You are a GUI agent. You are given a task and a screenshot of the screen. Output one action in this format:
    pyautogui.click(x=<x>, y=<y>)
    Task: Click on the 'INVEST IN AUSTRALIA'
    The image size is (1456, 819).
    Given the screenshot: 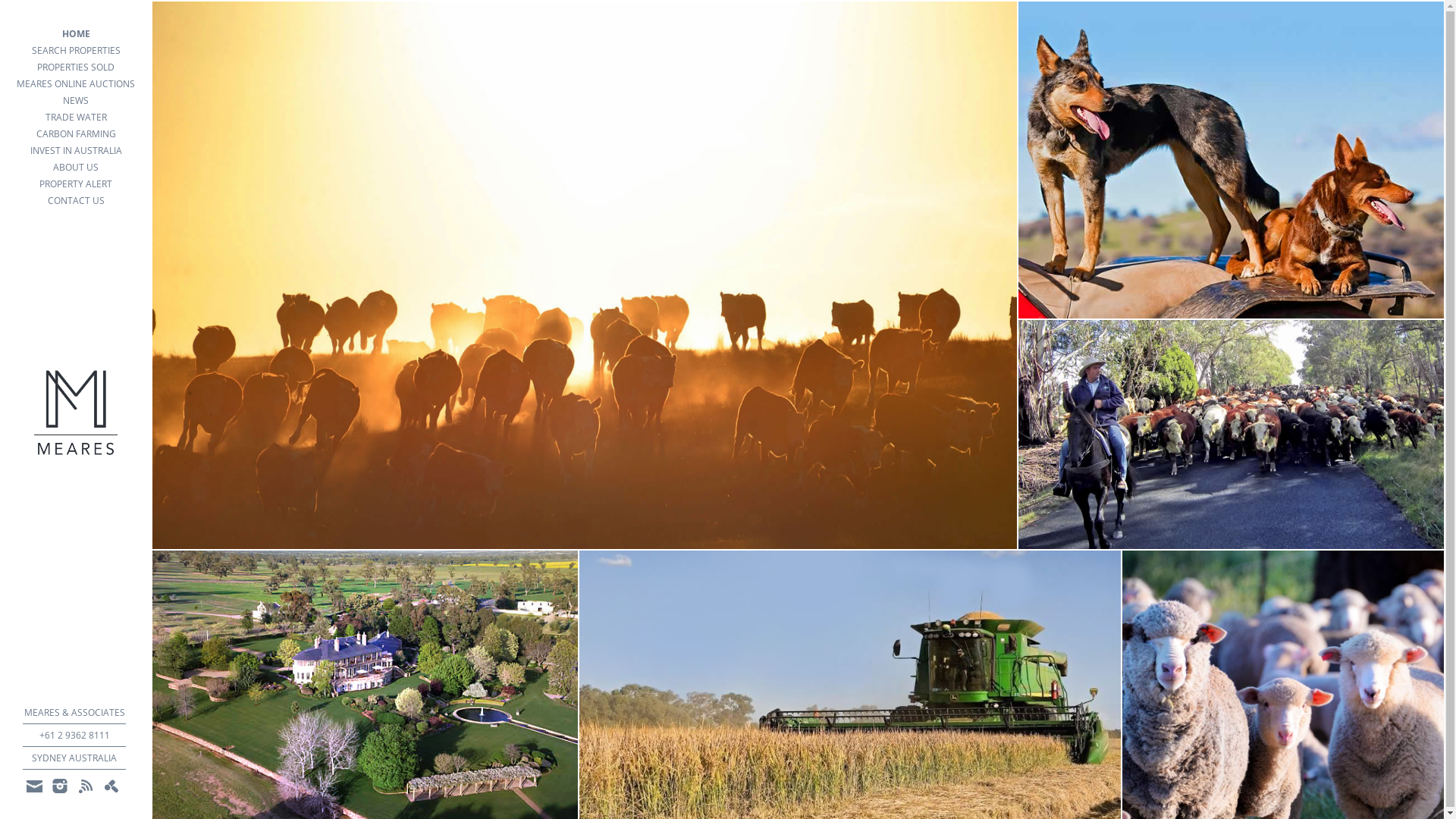 What is the action you would take?
    pyautogui.click(x=75, y=151)
    